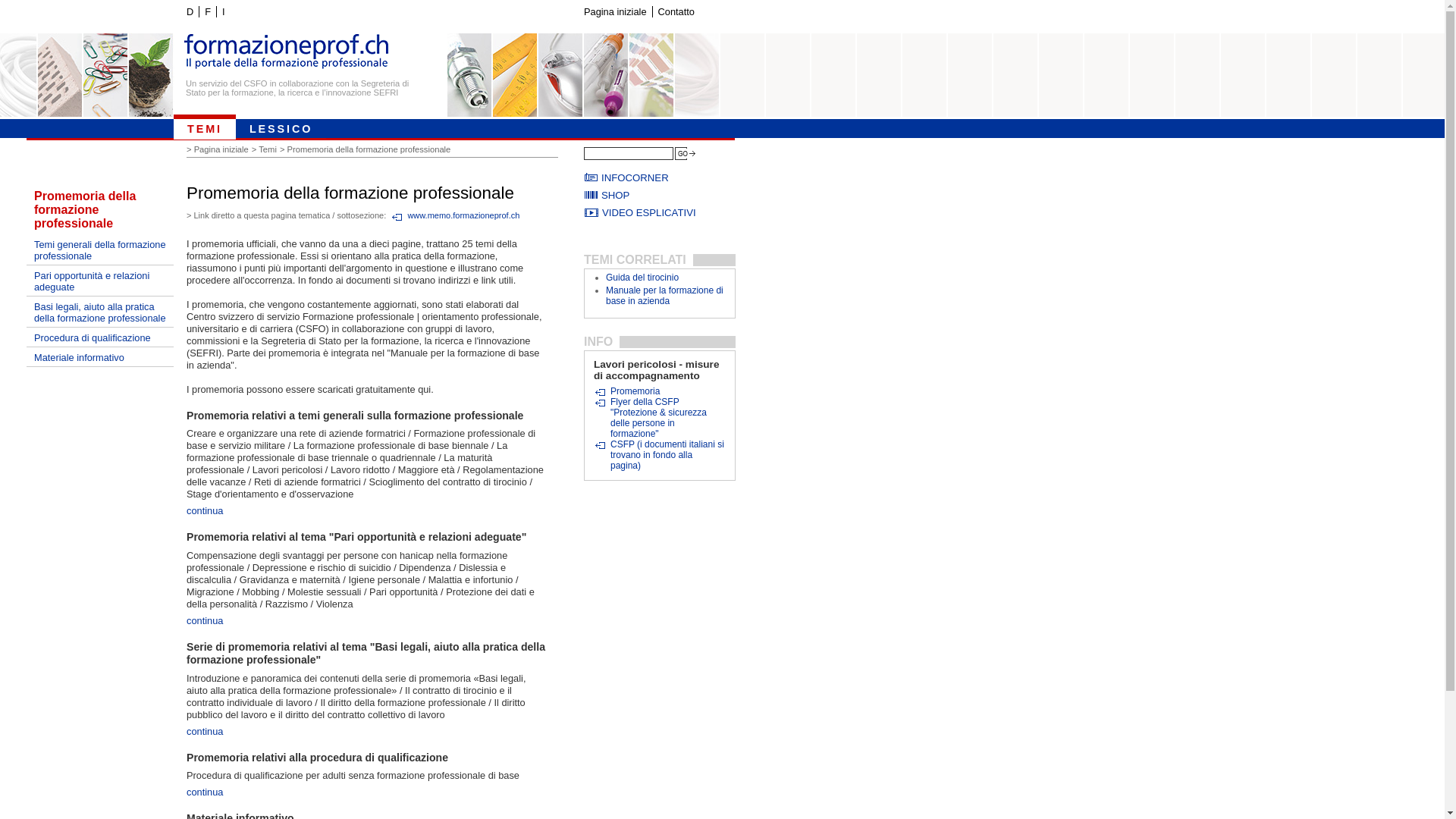 The width and height of the screenshot is (1456, 819). Describe the element at coordinates (642, 278) in the screenshot. I see `'Guida del tirocinio'` at that location.